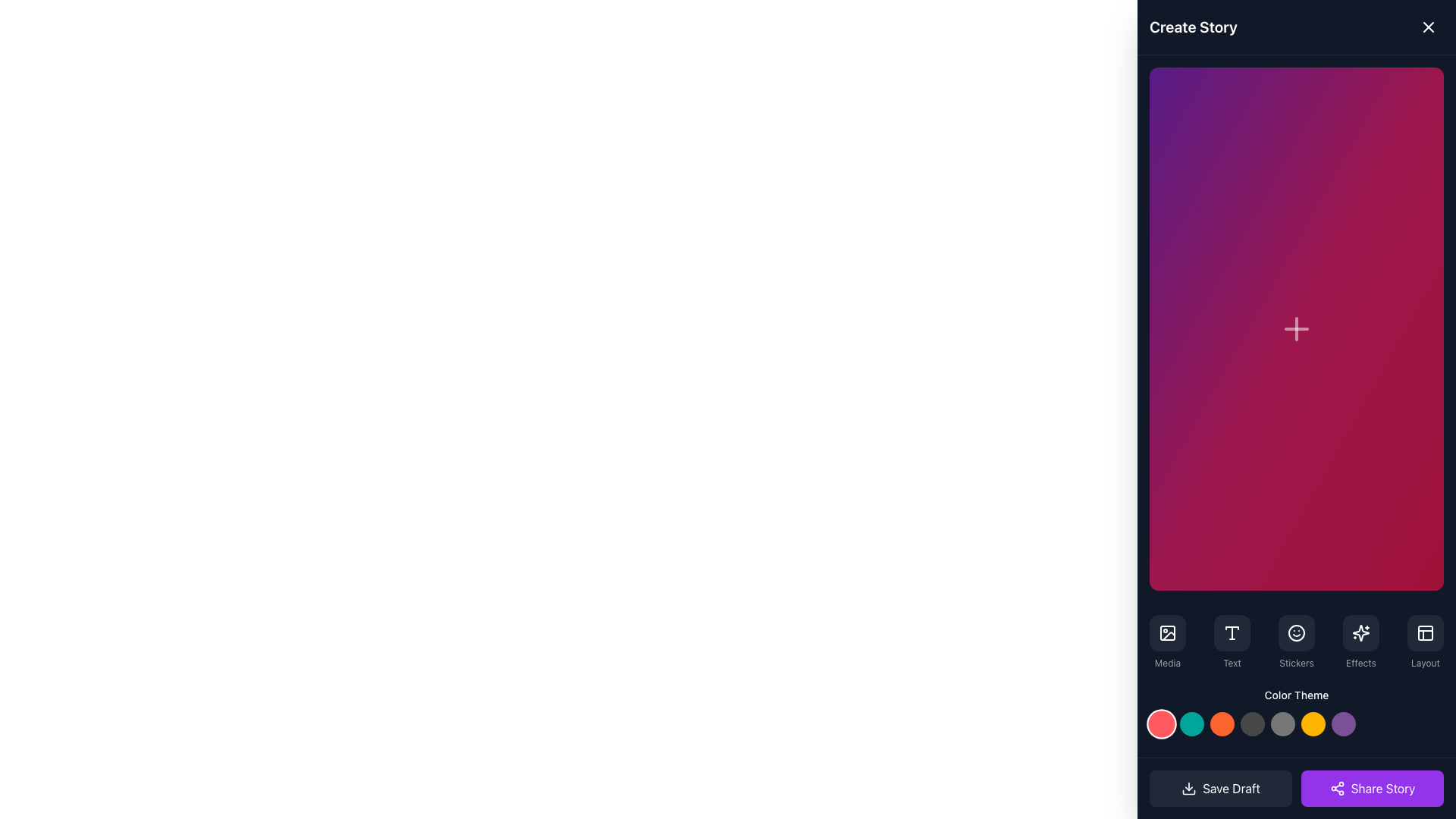 This screenshot has height=819, width=1456. What do you see at coordinates (1427, 27) in the screenshot?
I see `the small 'X' icon close button located at the top-right corner of the 'Create Story' panel to observe a visual change` at bounding box center [1427, 27].